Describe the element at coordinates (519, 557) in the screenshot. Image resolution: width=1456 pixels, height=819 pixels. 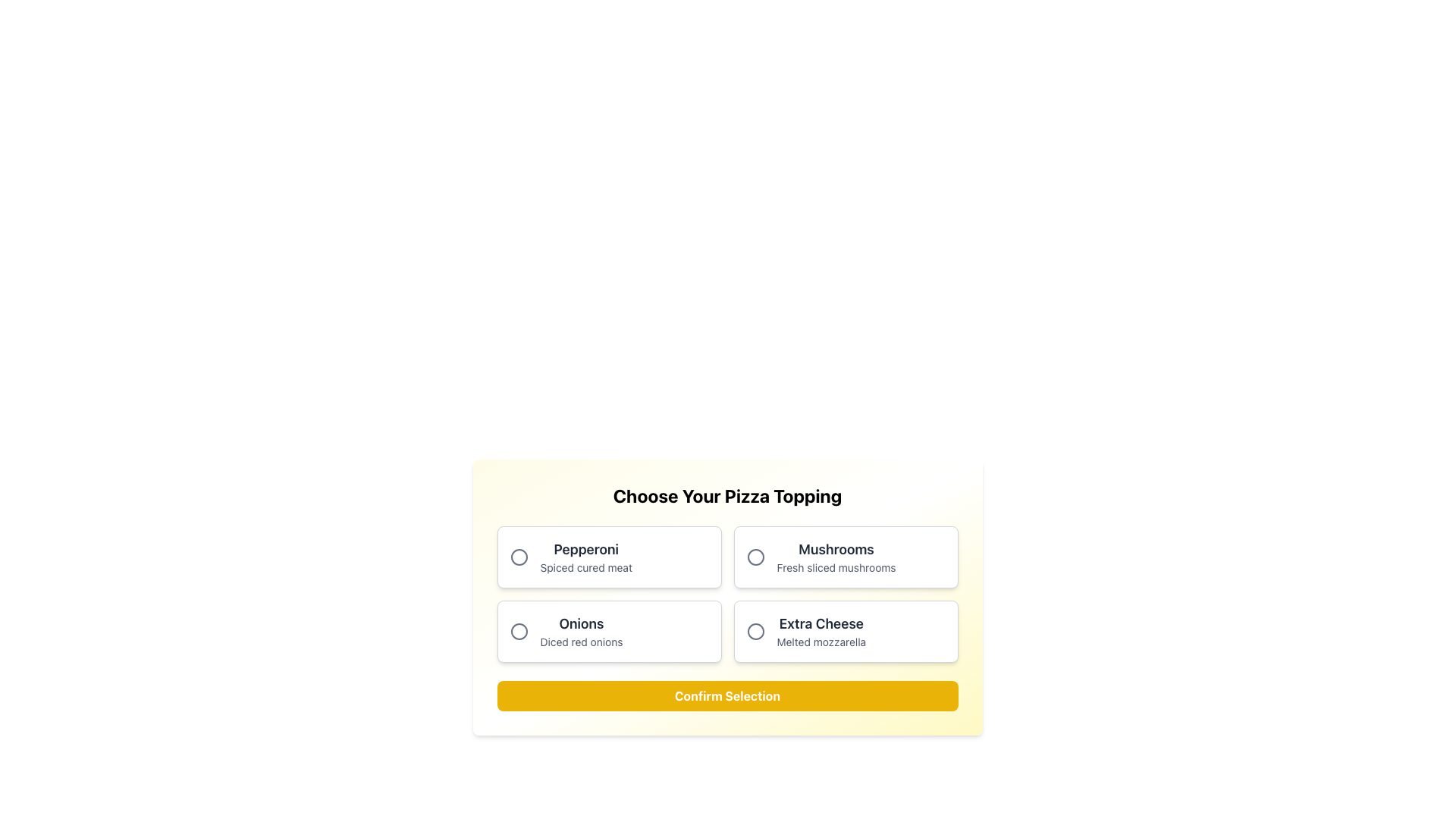
I see `the radio button indicator circle` at that location.